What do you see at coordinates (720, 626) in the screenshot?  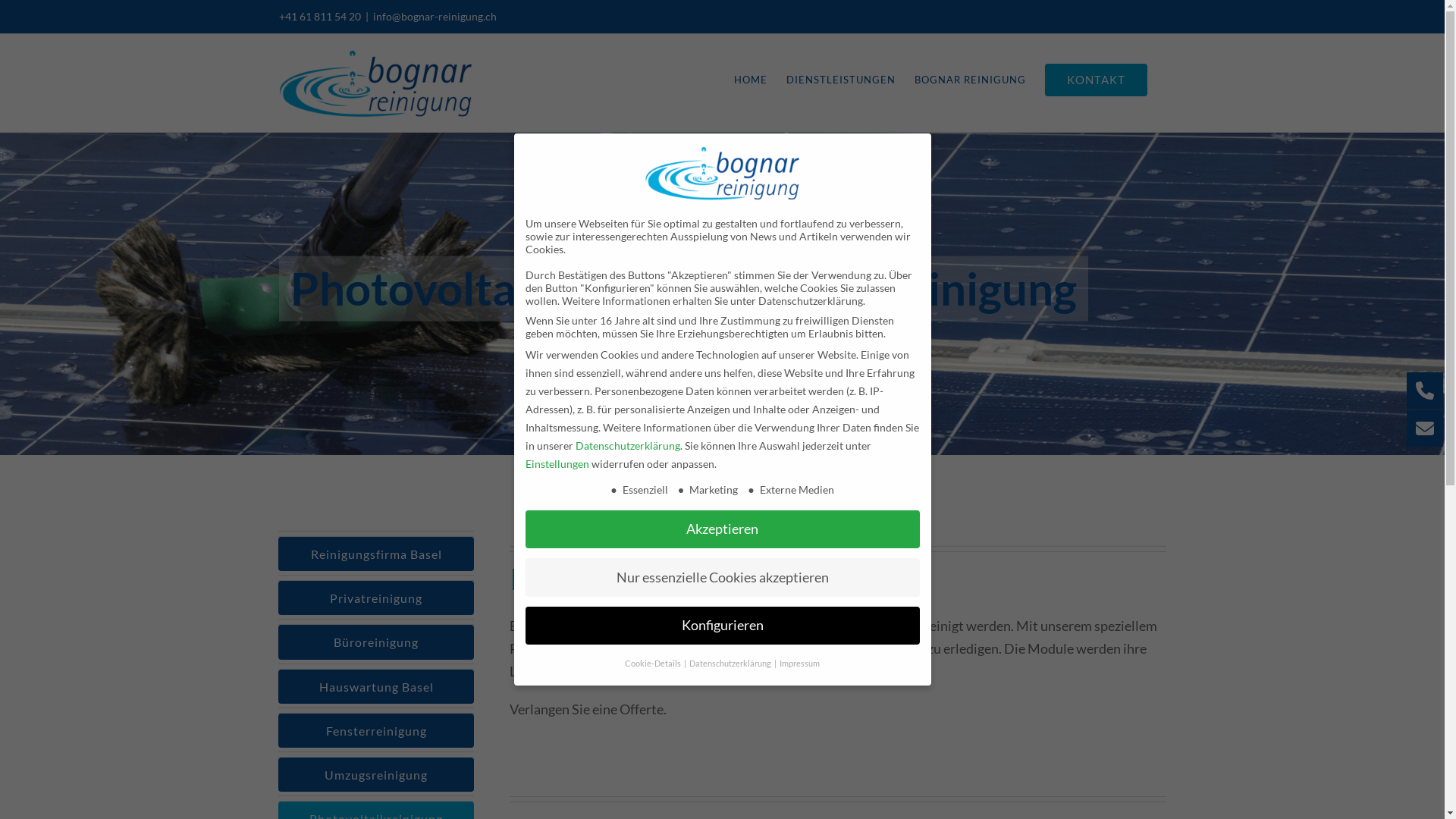 I see `'Konfigurieren'` at bounding box center [720, 626].